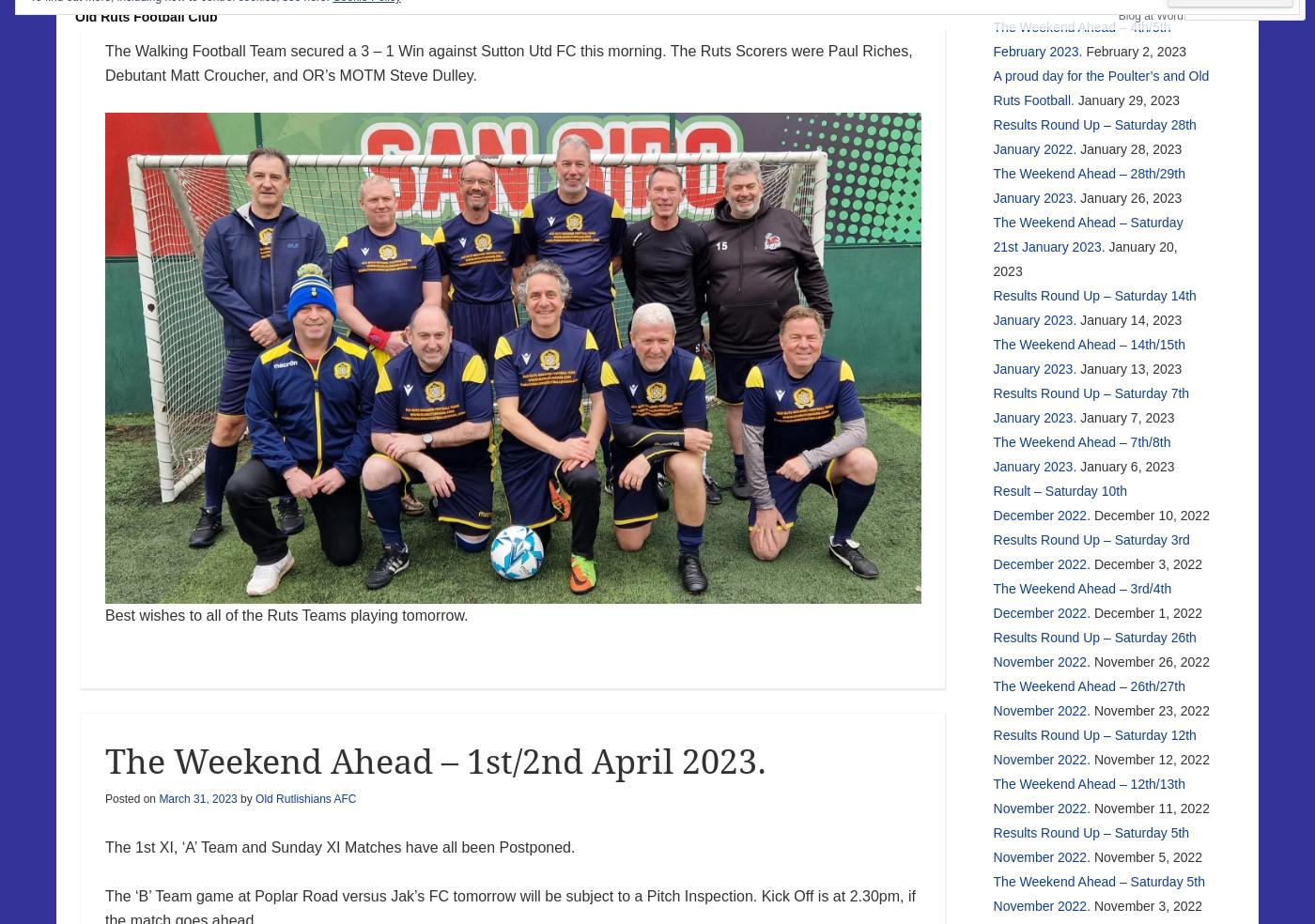  Describe the element at coordinates (1126, 416) in the screenshot. I see `'January 7, 2023'` at that location.